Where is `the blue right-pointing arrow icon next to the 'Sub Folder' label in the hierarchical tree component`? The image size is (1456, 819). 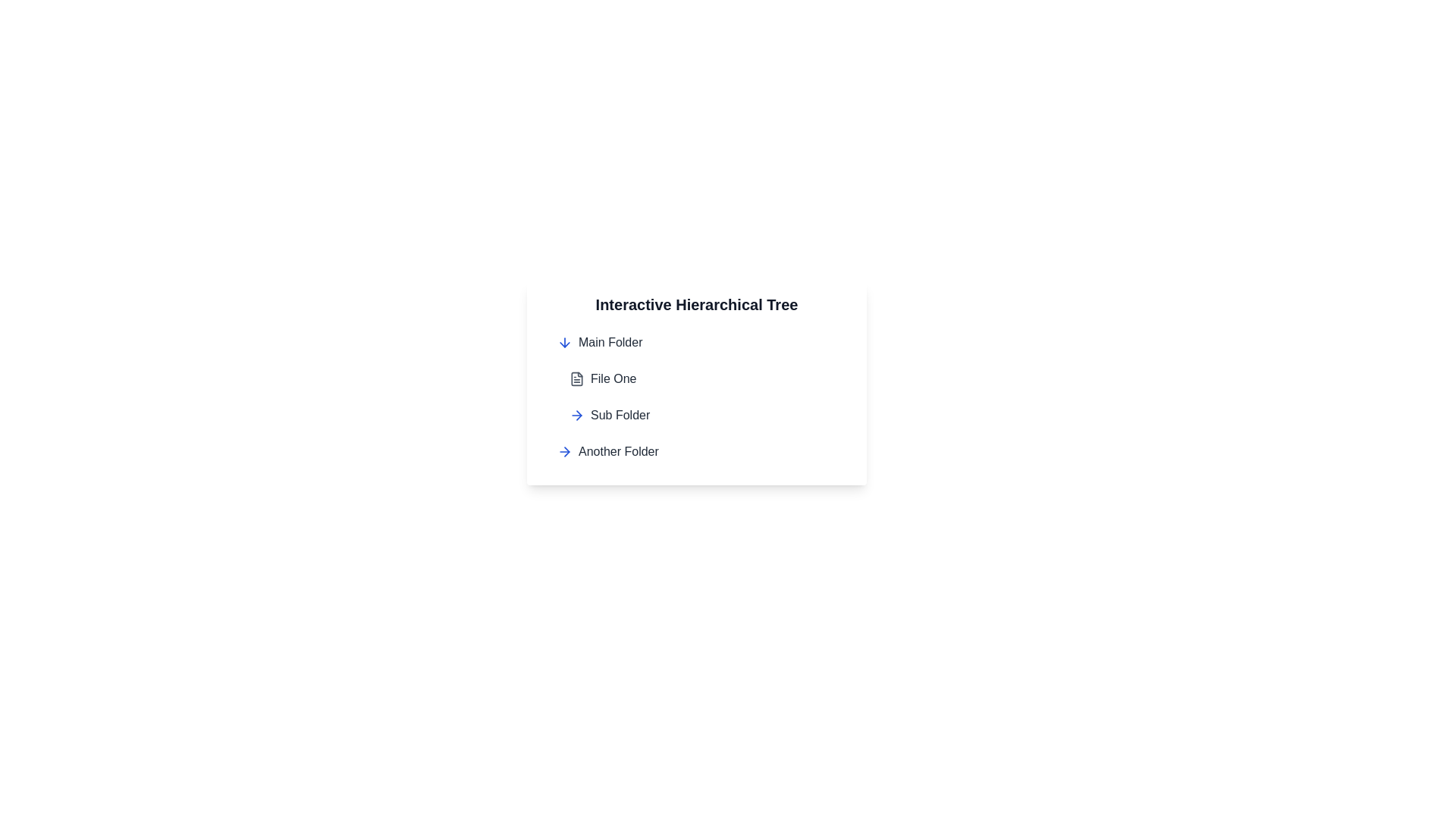
the blue right-pointing arrow icon next to the 'Sub Folder' label in the hierarchical tree component is located at coordinates (576, 415).